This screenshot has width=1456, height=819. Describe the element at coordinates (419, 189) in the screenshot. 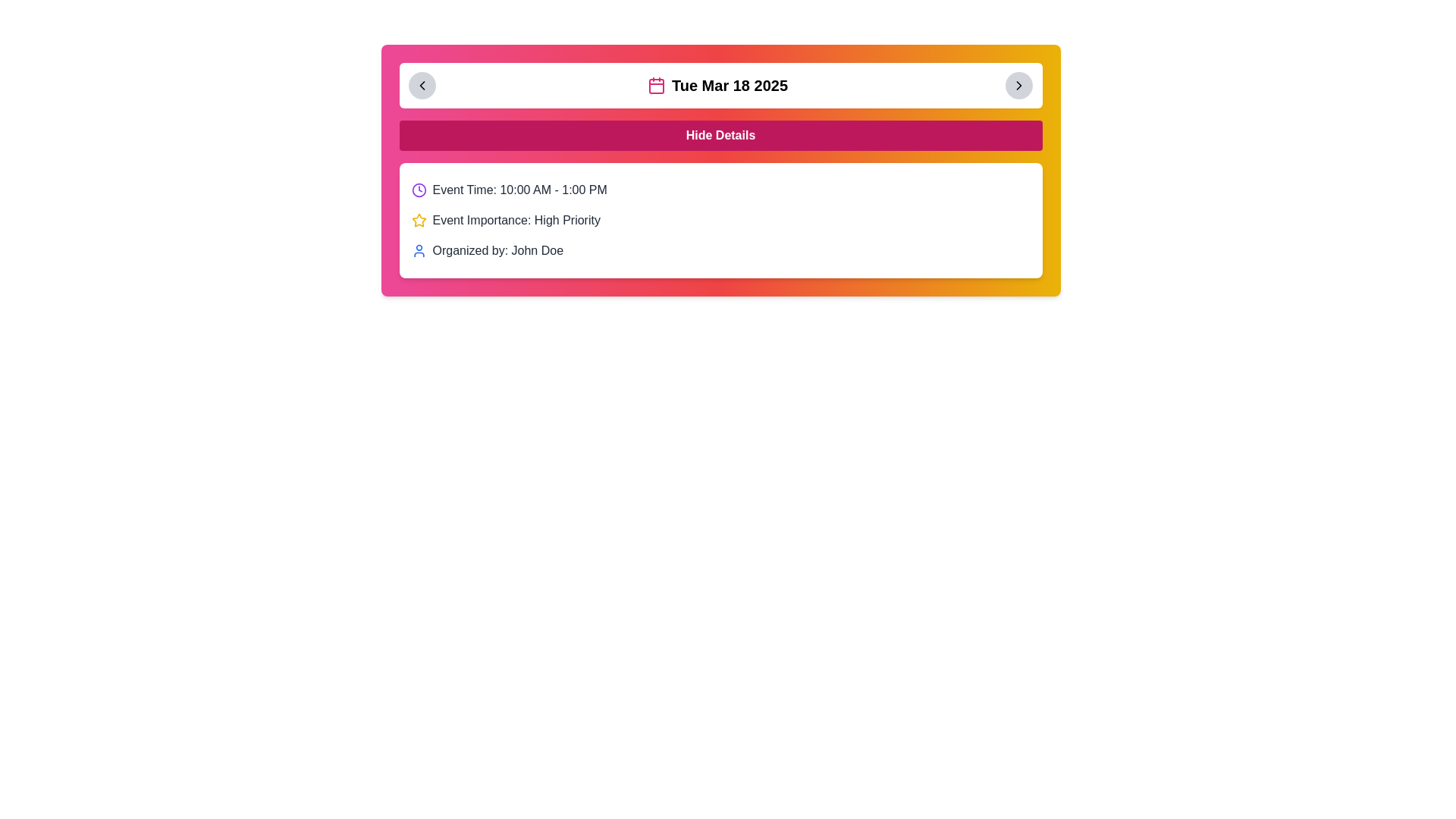

I see `the decorative SVG circle element of the 'Event Time' icon, located at the beginning of the text 'Event Time: 10:00 AM - 1:00 PM'` at that location.